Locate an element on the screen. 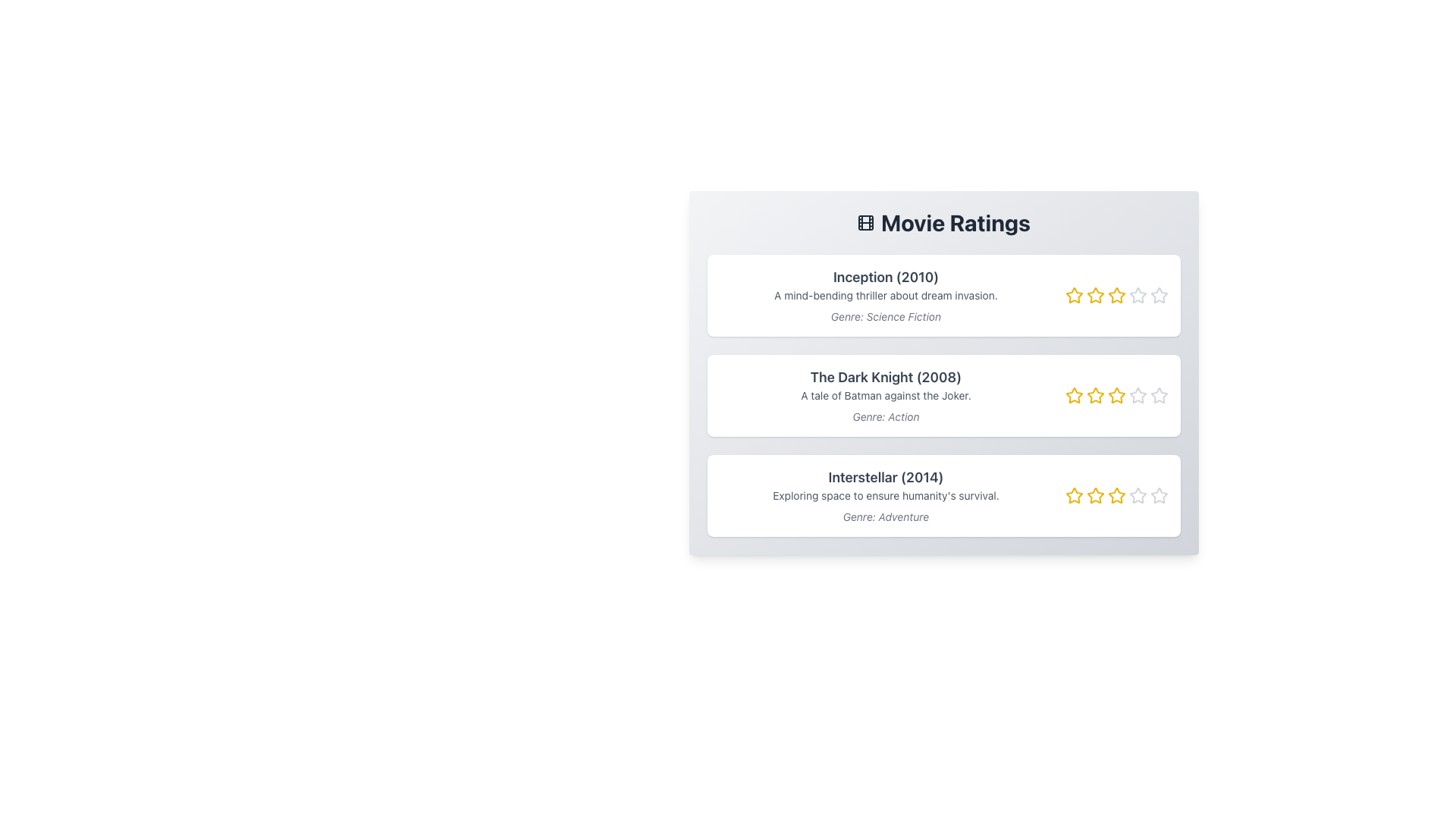 Image resolution: width=1456 pixels, height=819 pixels. the first star icon in the rating section for 'Interstellar (2014)' to indicate the first level of the rating scale is located at coordinates (1095, 495).